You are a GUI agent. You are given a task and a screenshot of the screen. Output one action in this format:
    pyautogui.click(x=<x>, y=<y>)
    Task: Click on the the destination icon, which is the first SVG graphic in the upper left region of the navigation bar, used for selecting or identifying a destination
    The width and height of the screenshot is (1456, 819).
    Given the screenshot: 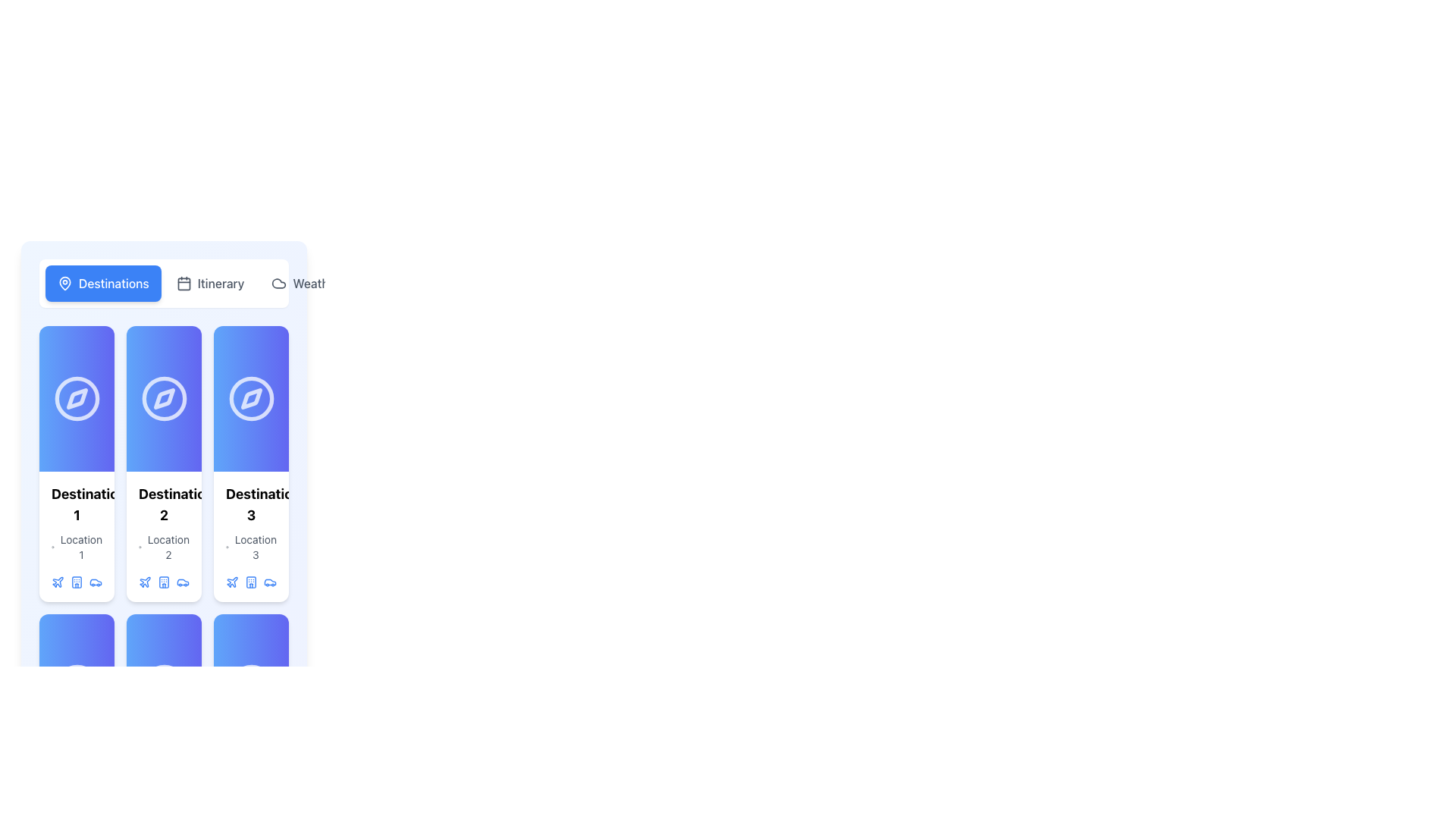 What is the action you would take?
    pyautogui.click(x=64, y=283)
    